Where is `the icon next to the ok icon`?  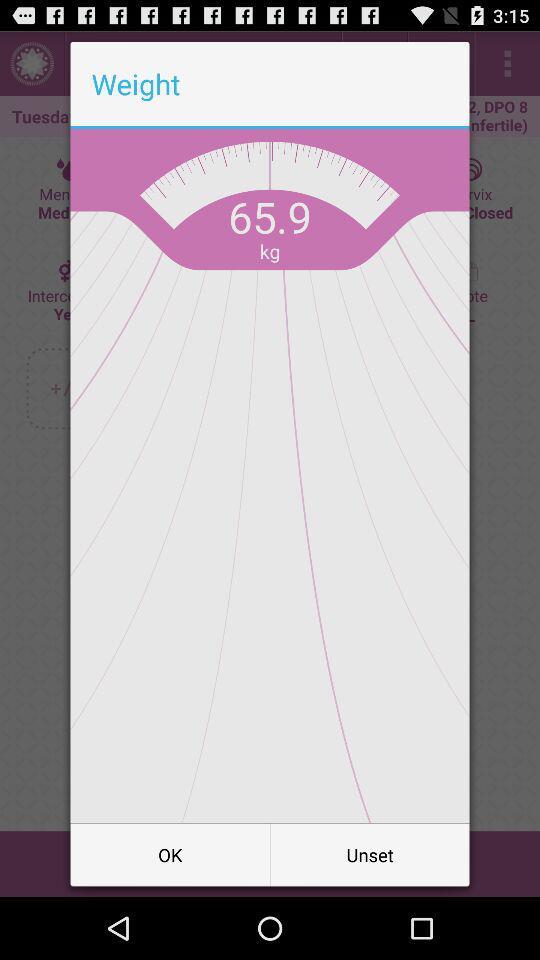 the icon next to the ok icon is located at coordinates (369, 853).